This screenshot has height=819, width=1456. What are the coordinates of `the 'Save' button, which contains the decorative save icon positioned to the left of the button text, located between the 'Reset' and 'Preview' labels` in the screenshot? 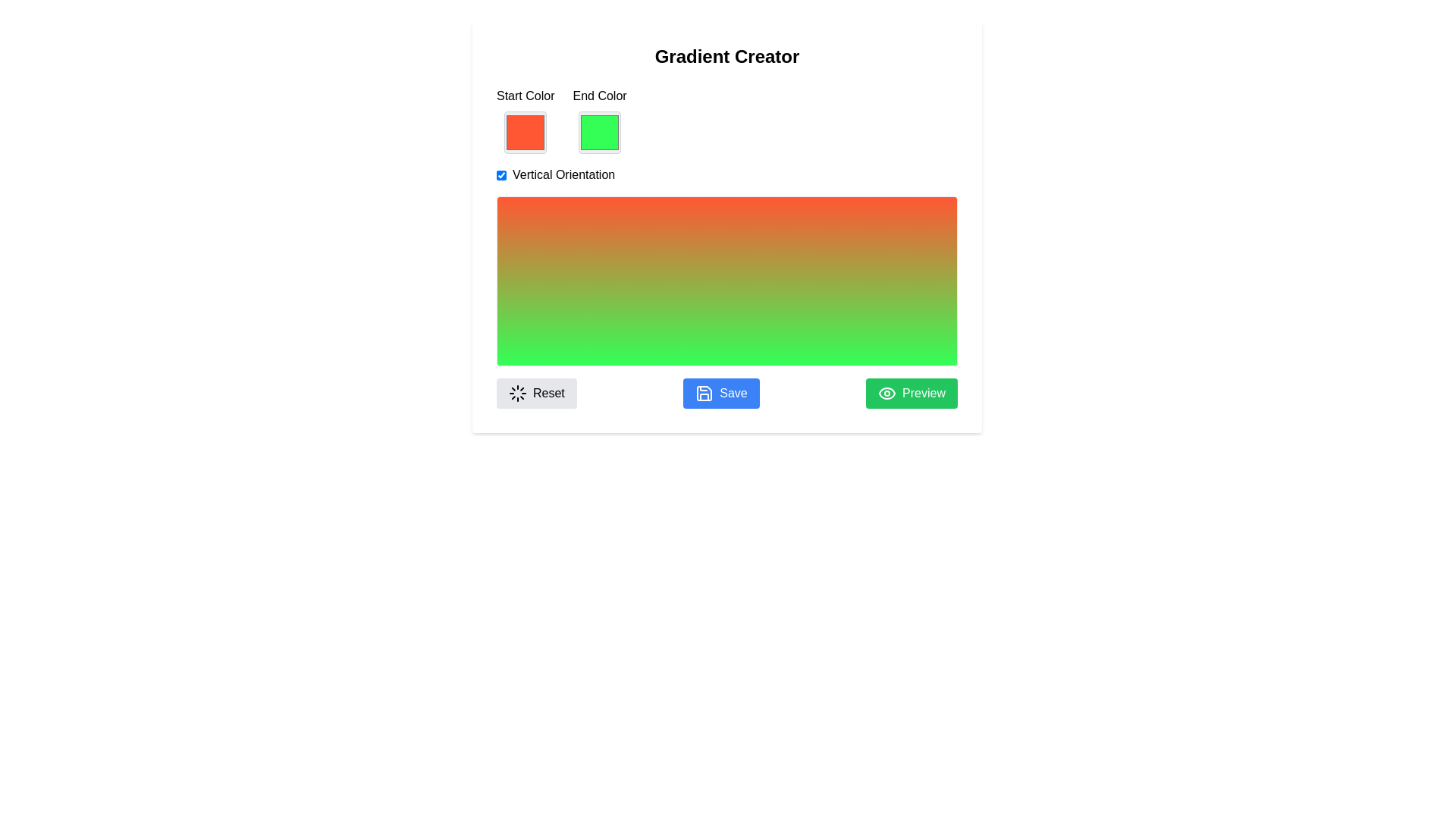 It's located at (704, 393).